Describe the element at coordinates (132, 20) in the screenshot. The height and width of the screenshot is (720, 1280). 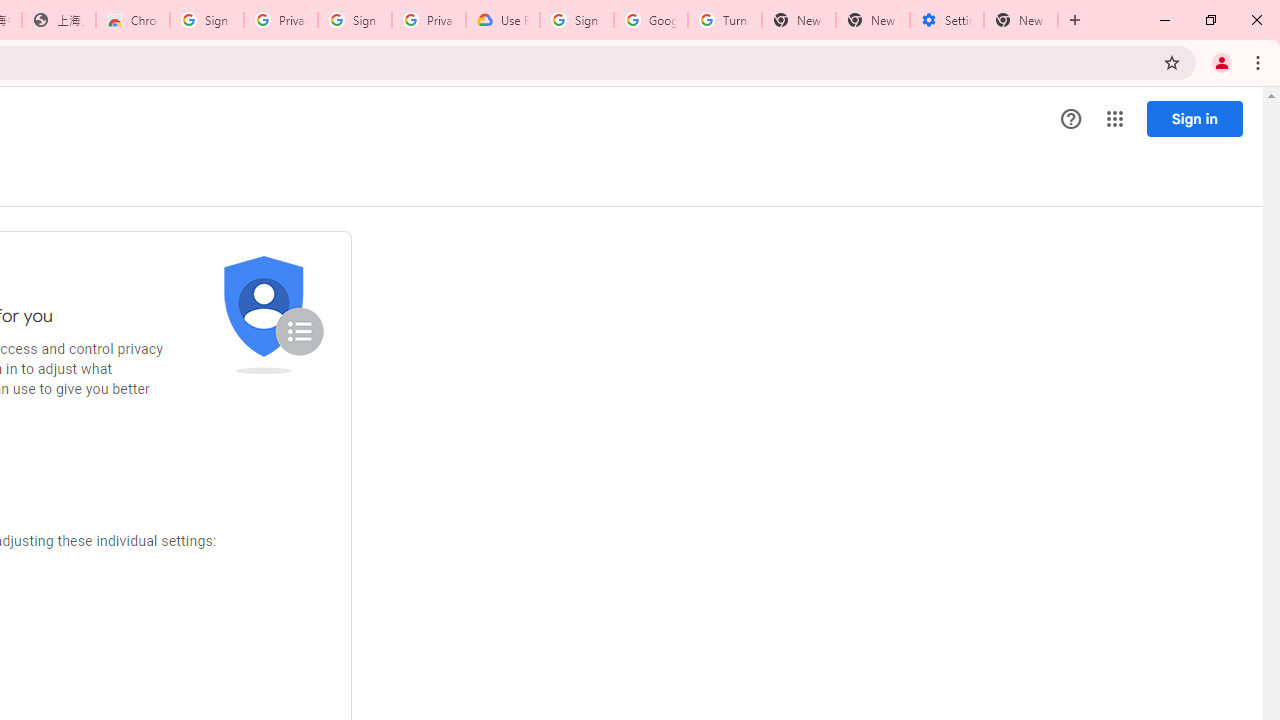
I see `'Chrome Web Store - Color themes by Chrome'` at that location.